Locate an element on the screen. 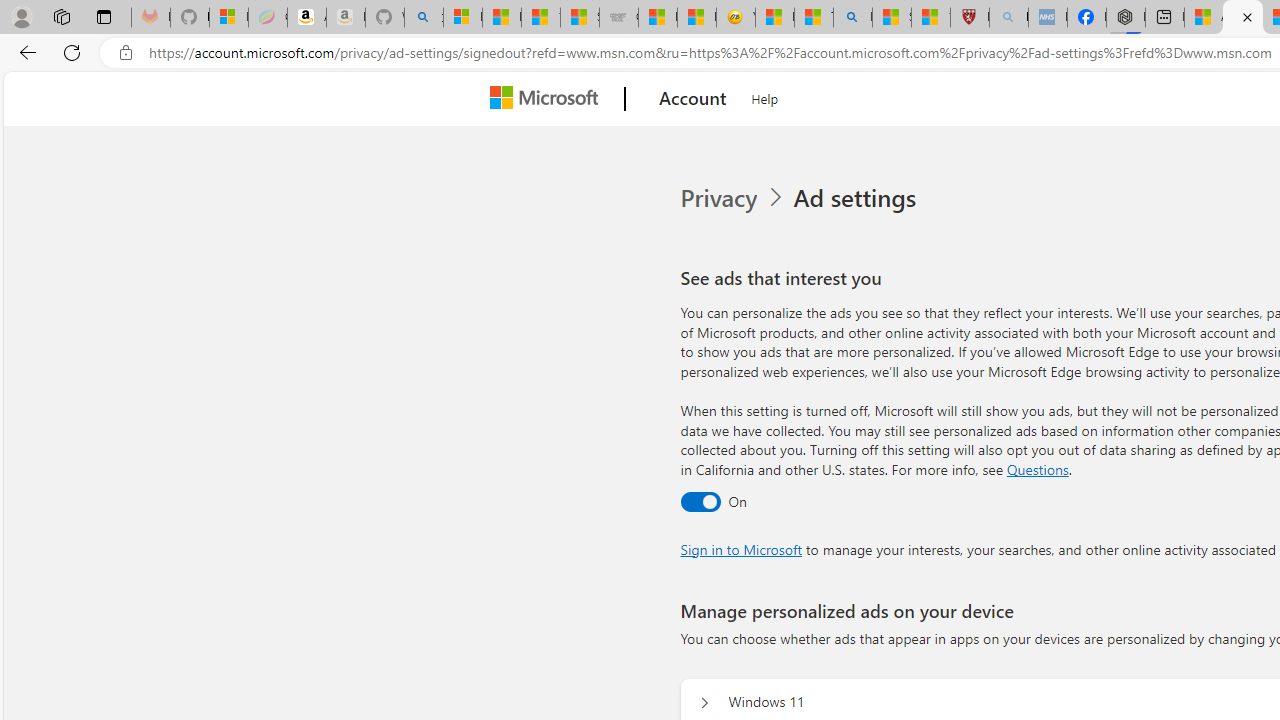 The width and height of the screenshot is (1280, 720). 'Tab actions menu' is located at coordinates (103, 16).